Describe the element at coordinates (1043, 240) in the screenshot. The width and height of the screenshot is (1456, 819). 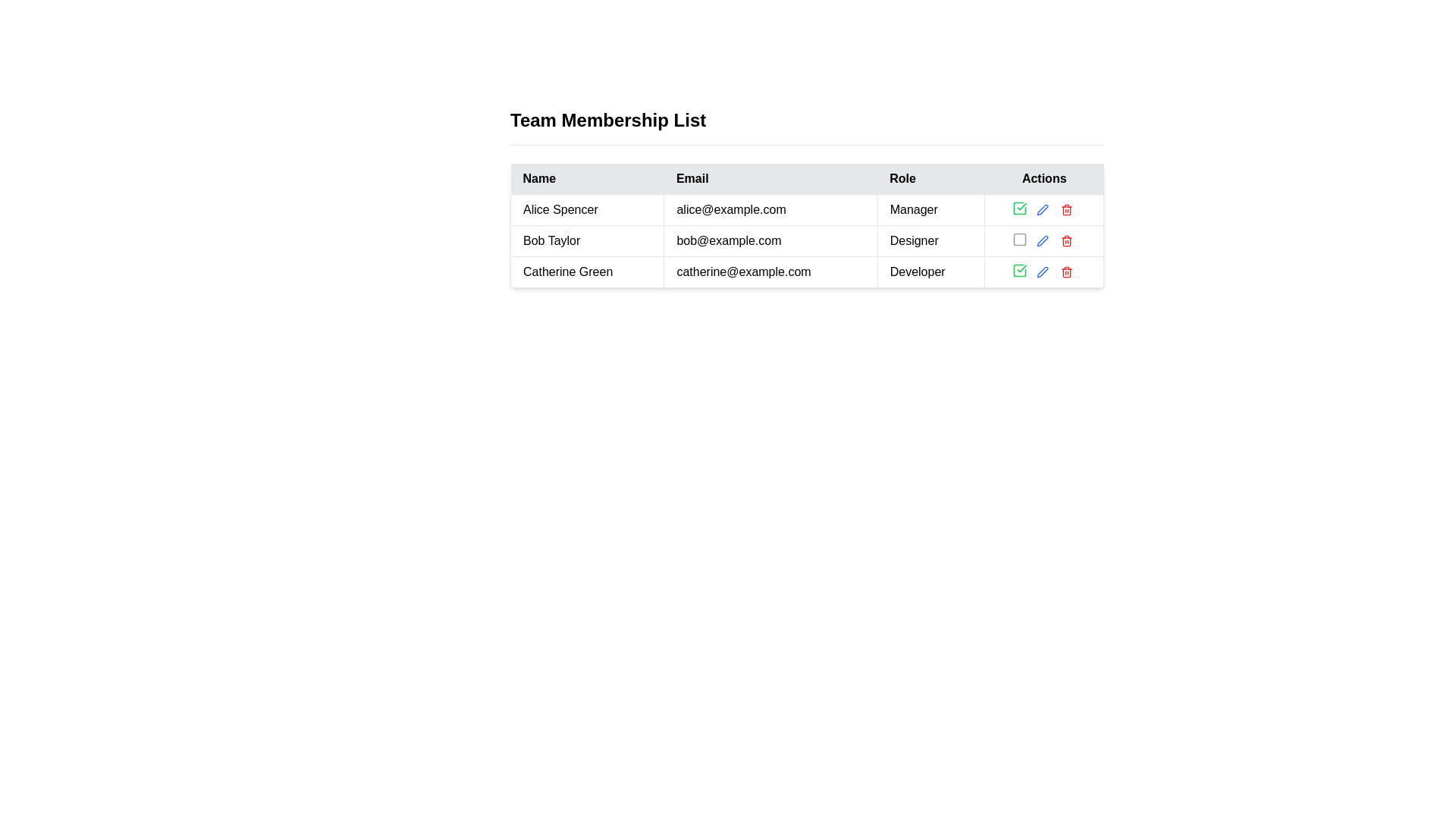
I see `the blue pen icon button located in the 'Actions' column for 'Bob Taylor' by` at that location.